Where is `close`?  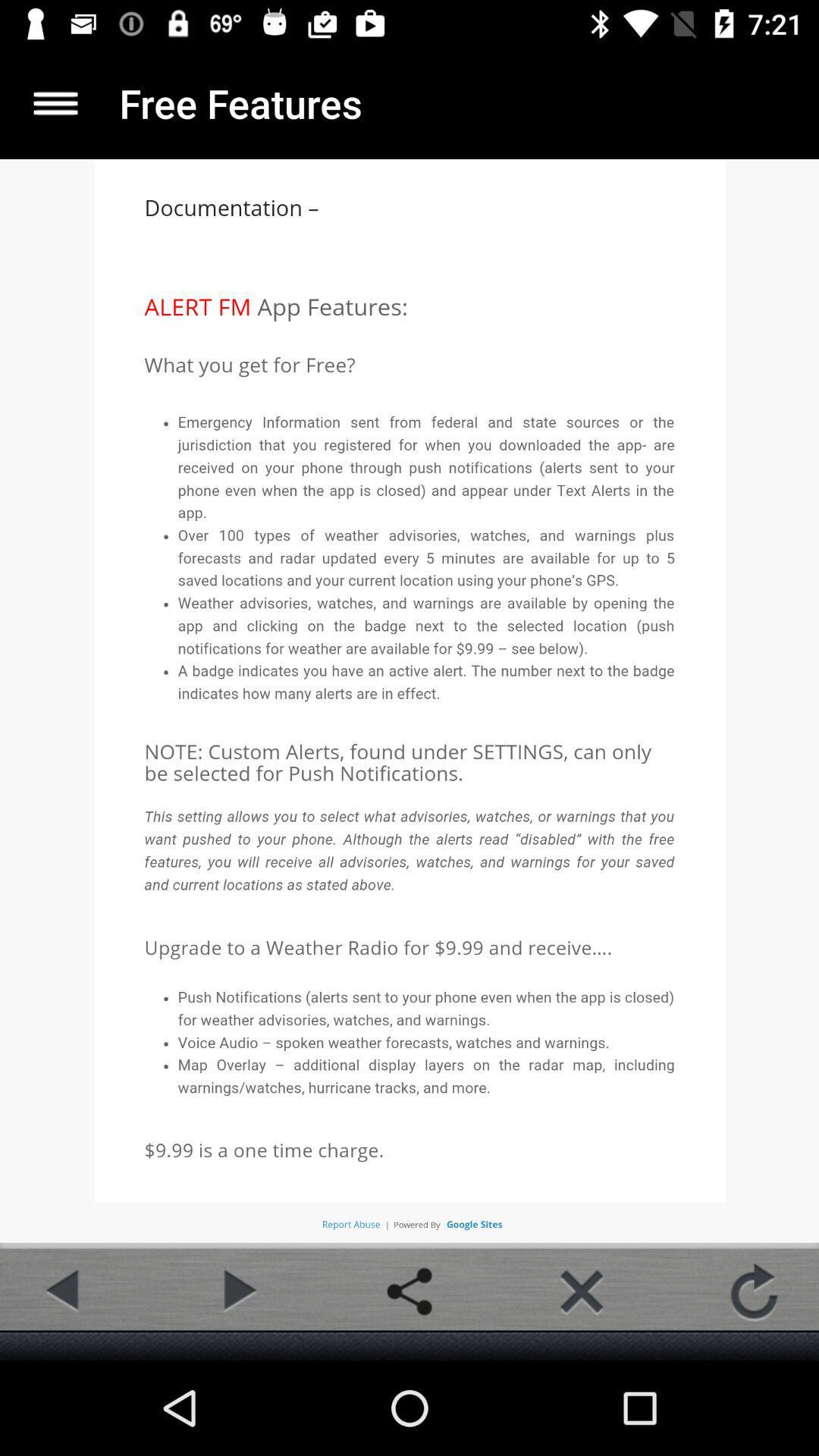 close is located at coordinates (581, 1291).